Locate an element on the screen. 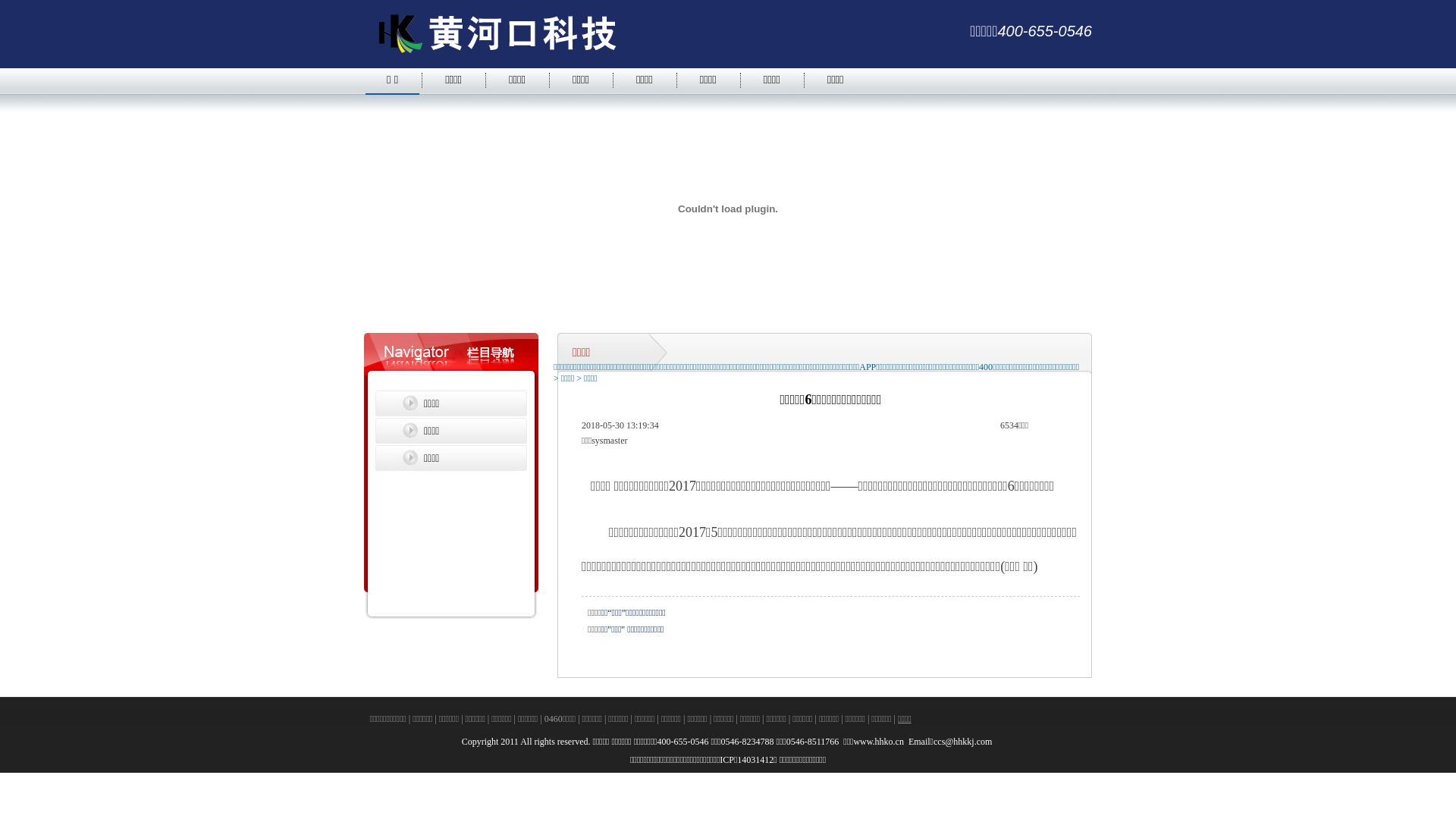 The width and height of the screenshot is (1456, 819). 'ccs@hhkkj.com ' is located at coordinates (963, 741).